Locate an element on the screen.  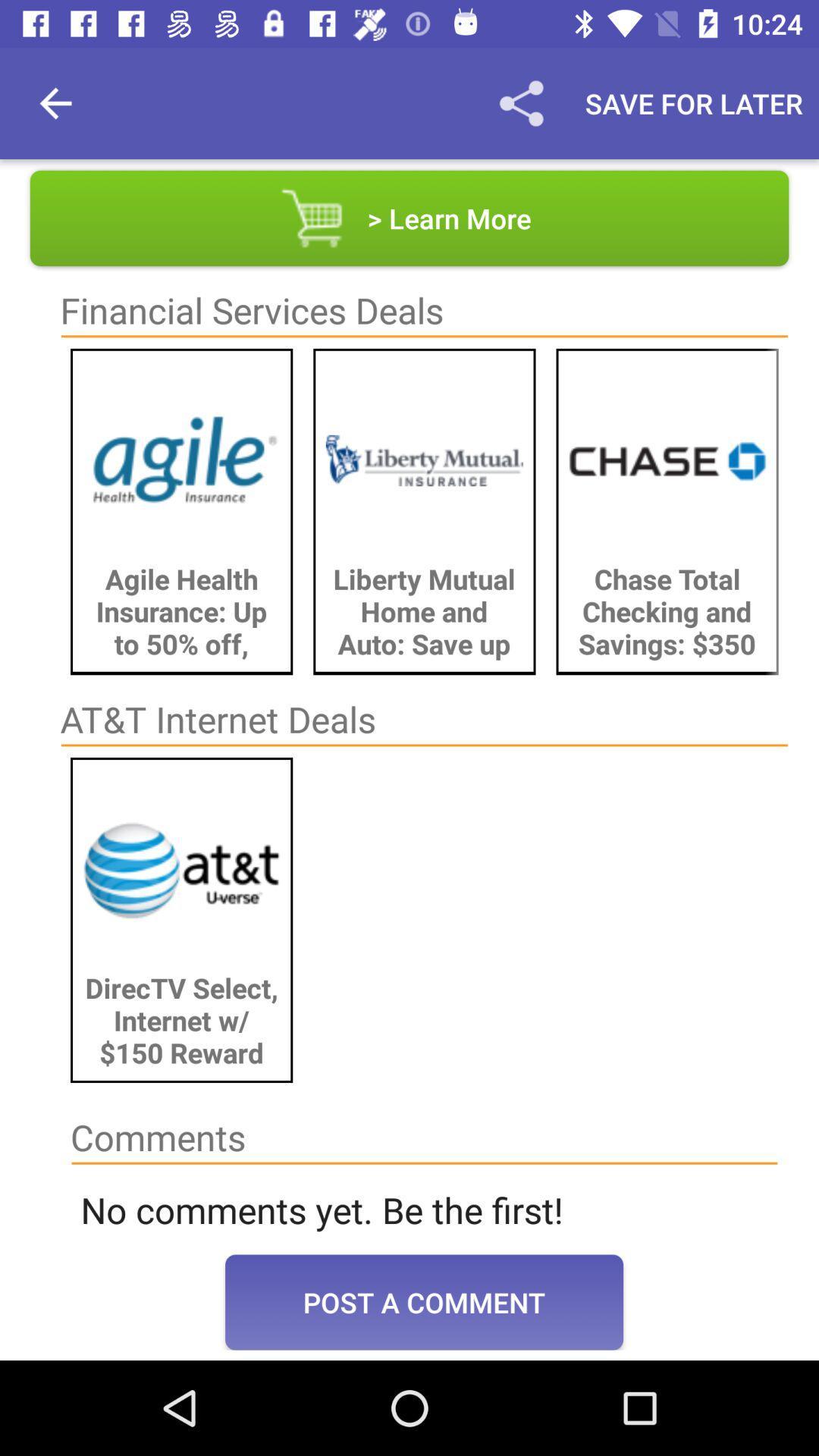
the item above the financial services deals item is located at coordinates (409, 218).